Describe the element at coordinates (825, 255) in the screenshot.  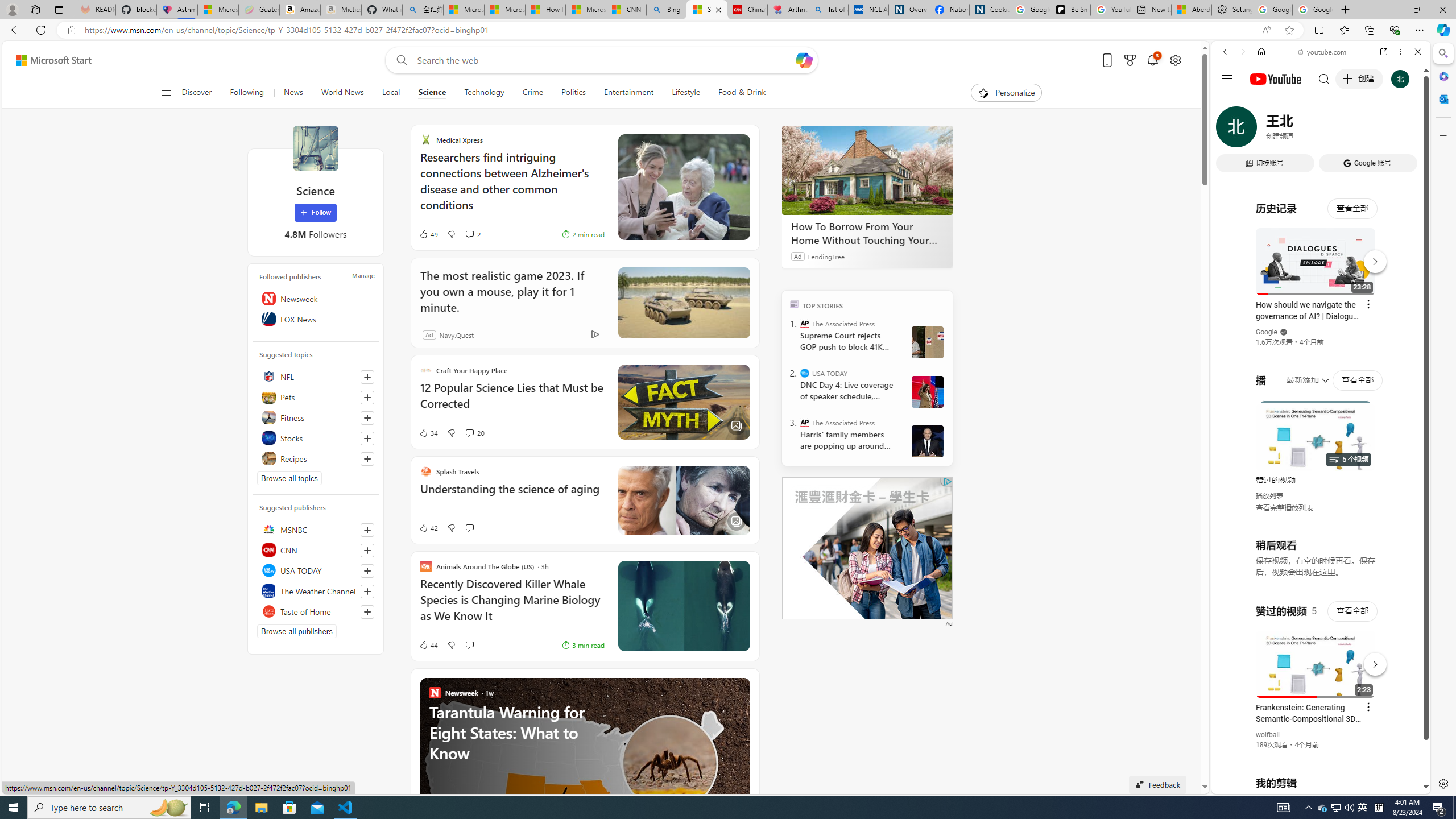
I see `'LendingTree'` at that location.